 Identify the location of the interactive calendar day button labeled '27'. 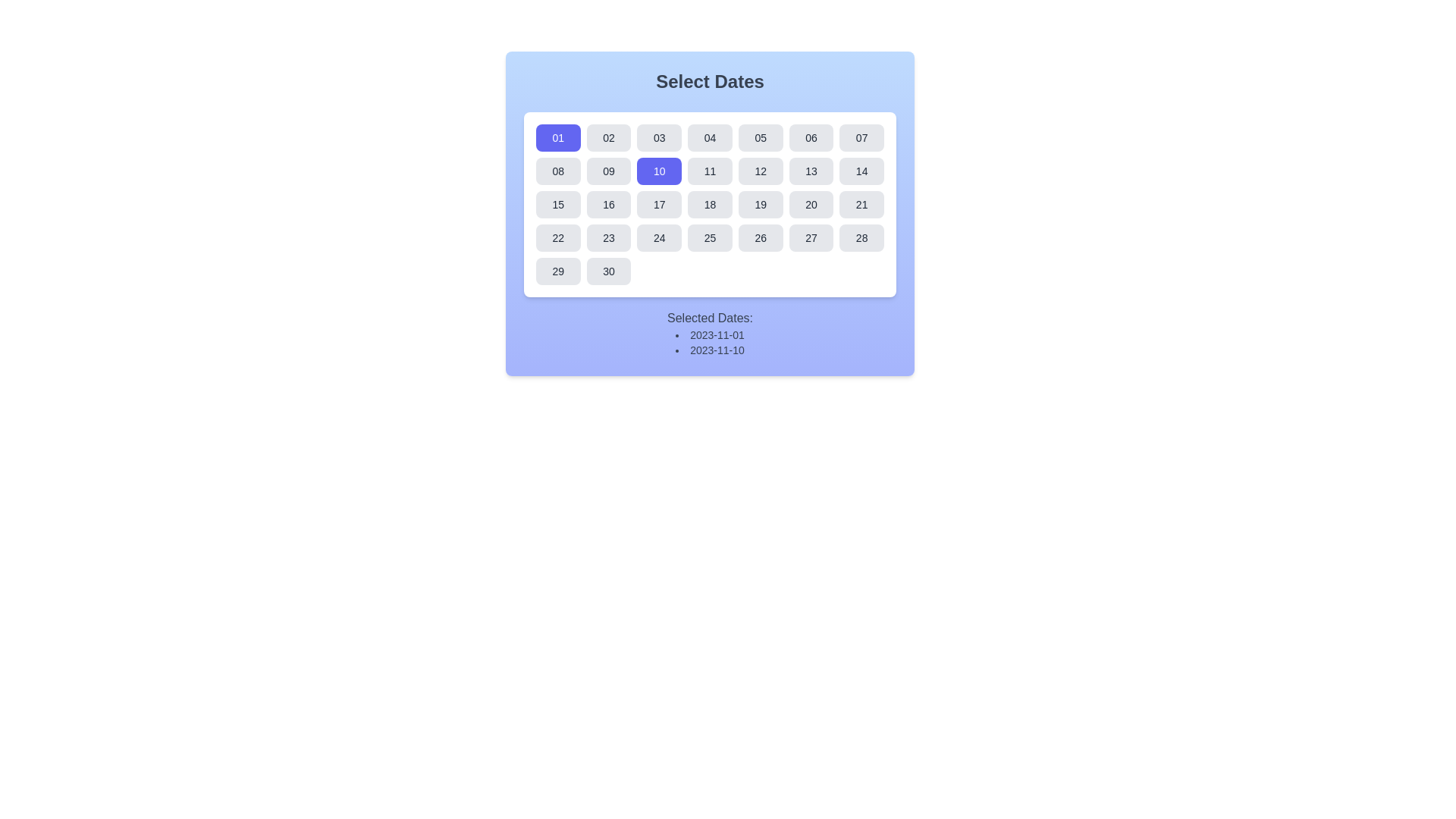
(811, 237).